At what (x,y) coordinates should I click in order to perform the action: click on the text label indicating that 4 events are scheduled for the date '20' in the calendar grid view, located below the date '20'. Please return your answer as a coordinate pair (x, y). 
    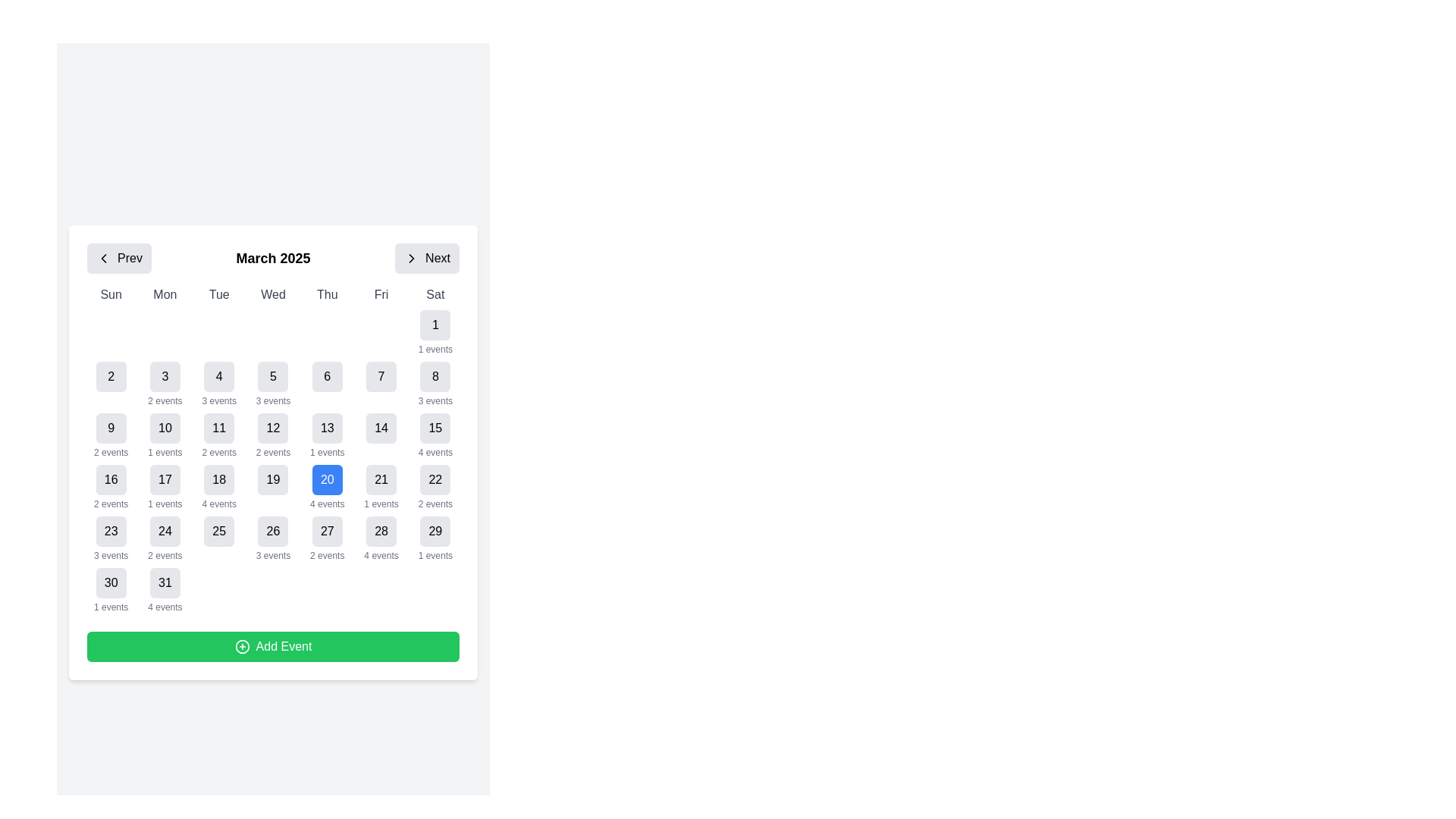
    Looking at the image, I should click on (326, 504).